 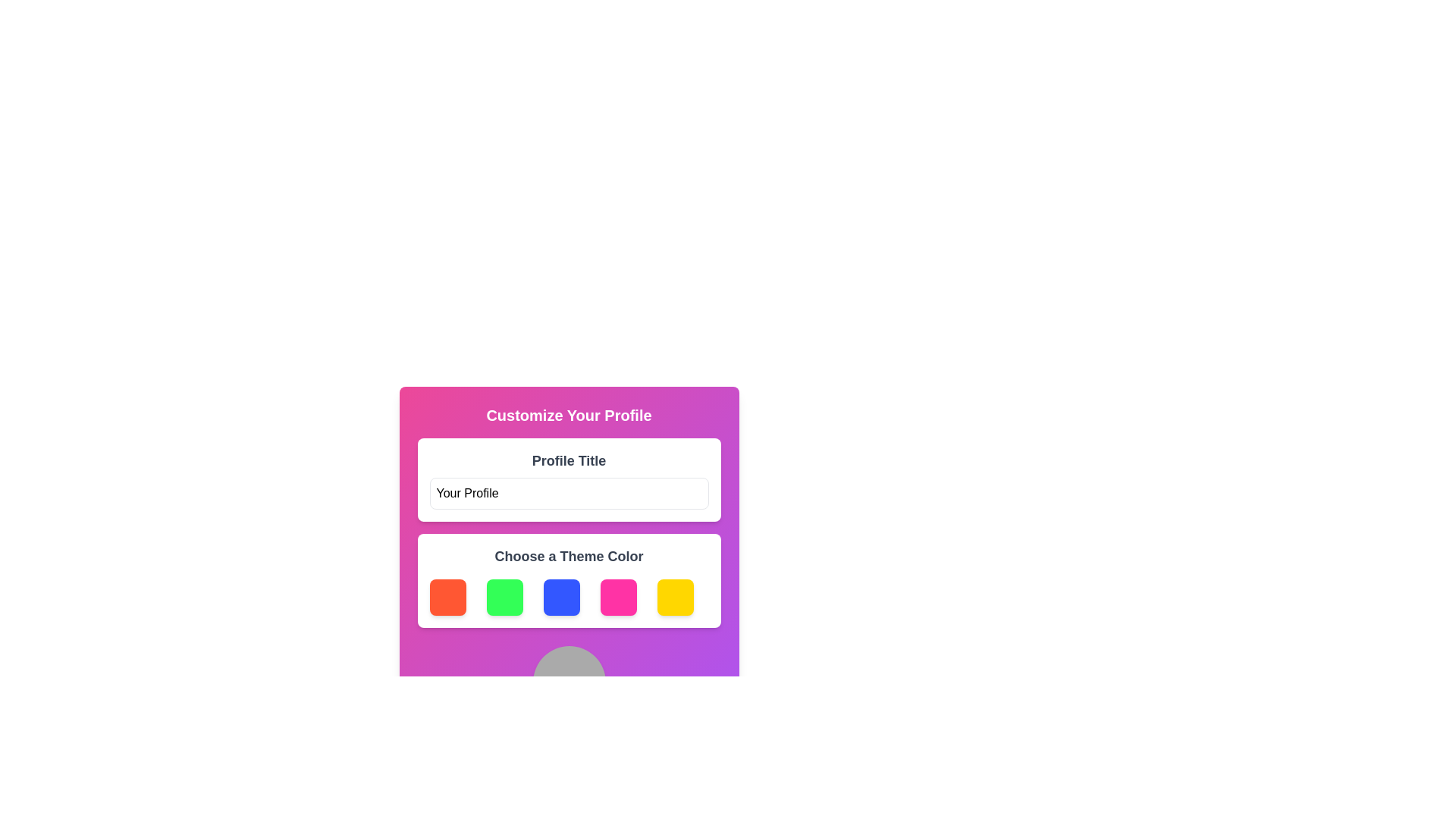 I want to click on the blue button in the horizontal button group, so click(x=568, y=596).